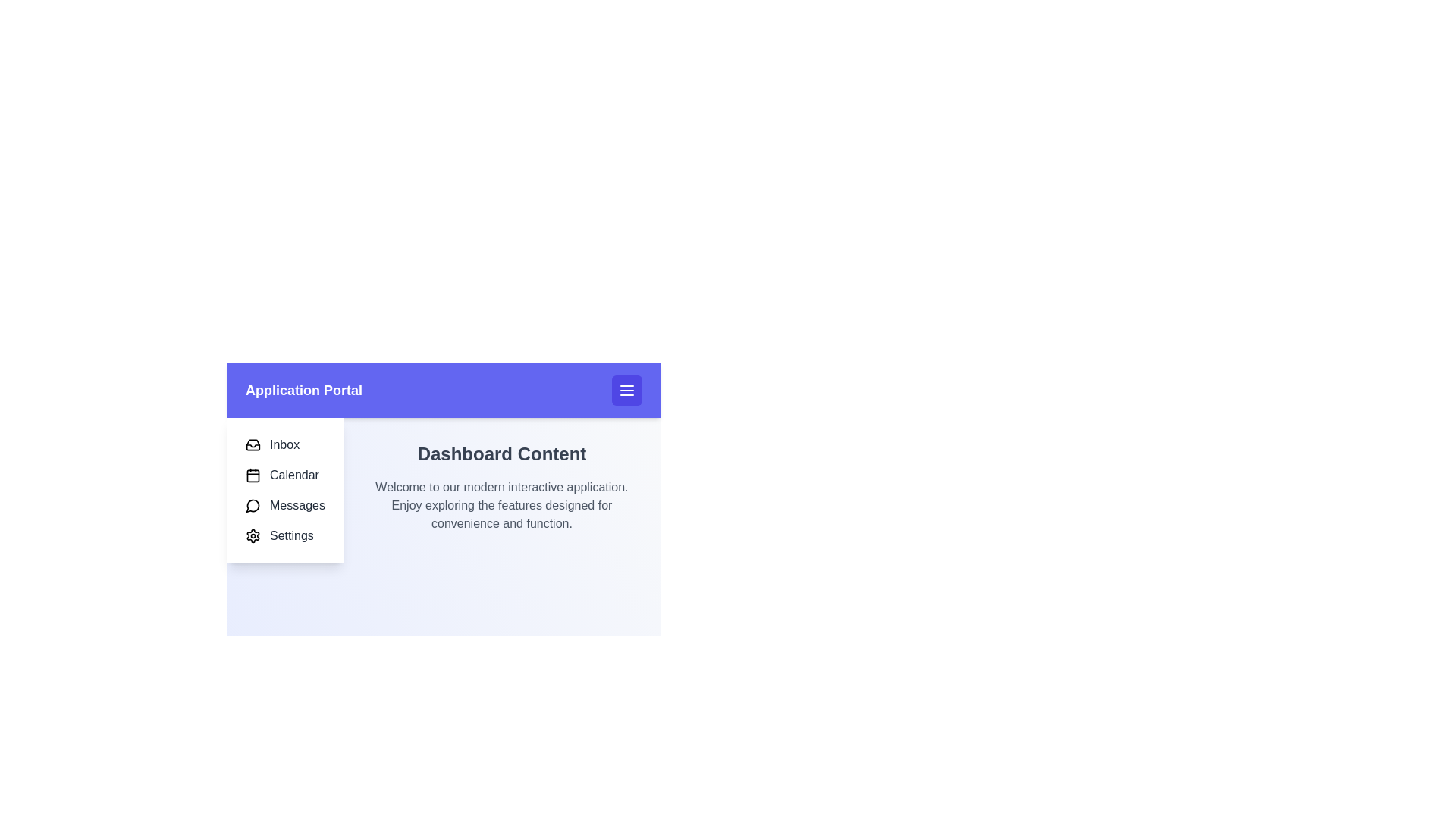  I want to click on the 'Calendar' text label in the vertical navigation panel, which is the second item below 'Inbox' and above 'Messages', so click(294, 475).